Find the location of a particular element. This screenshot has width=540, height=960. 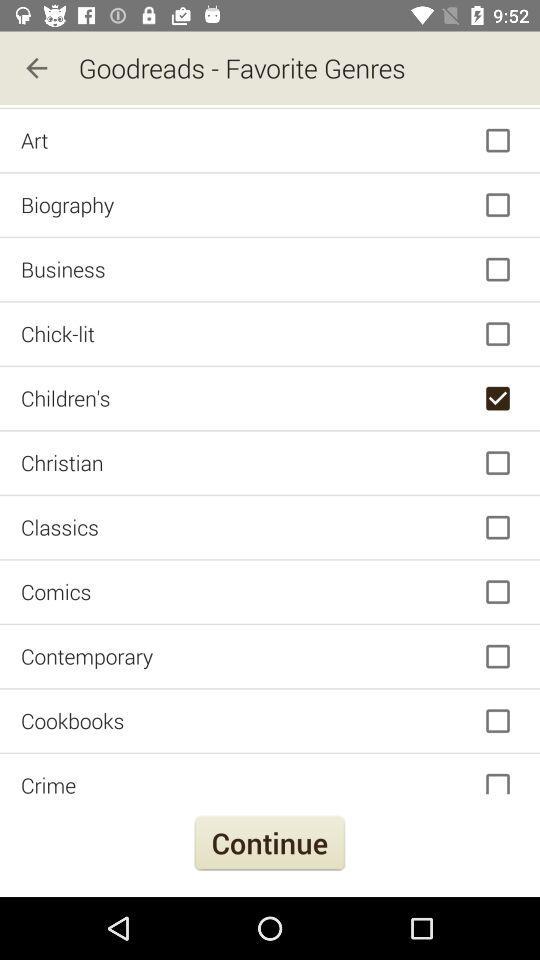

icon above the chick-lit icon is located at coordinates (270, 268).